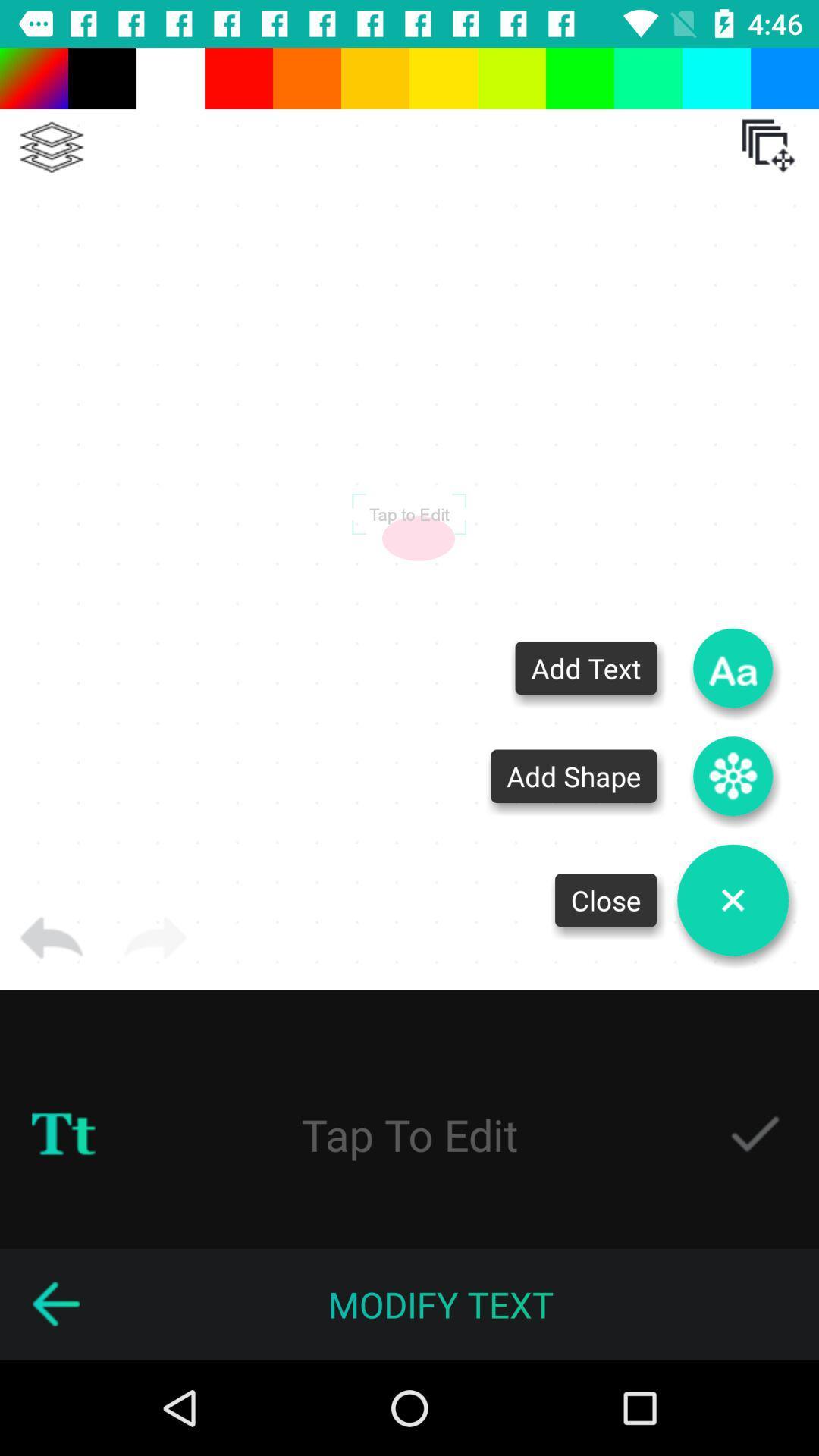 Image resolution: width=819 pixels, height=1456 pixels. Describe the element at coordinates (768, 146) in the screenshot. I see `open multiple windows` at that location.